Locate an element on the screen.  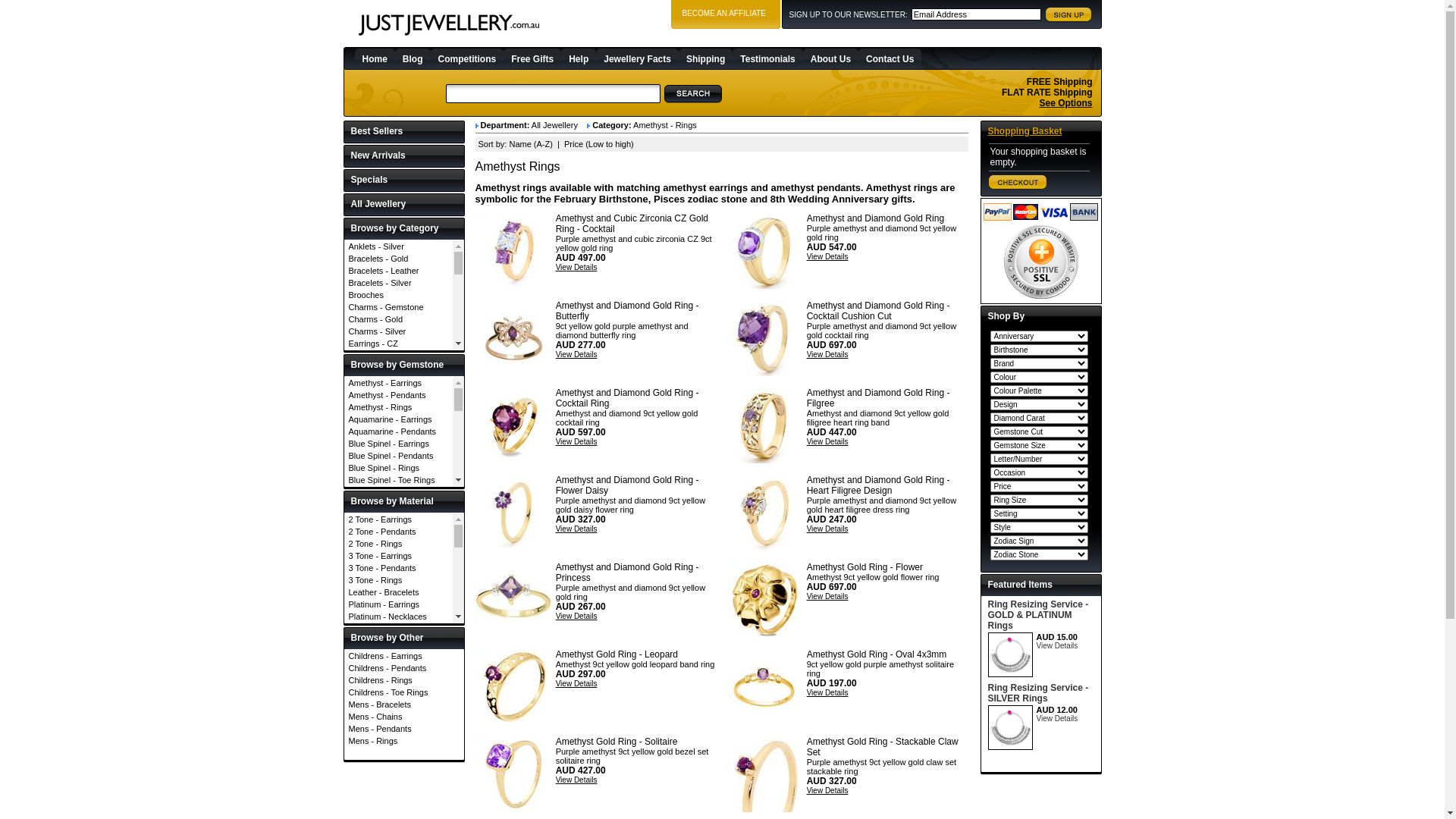
'Blue Spinel - Earrings' is located at coordinates (398, 444).